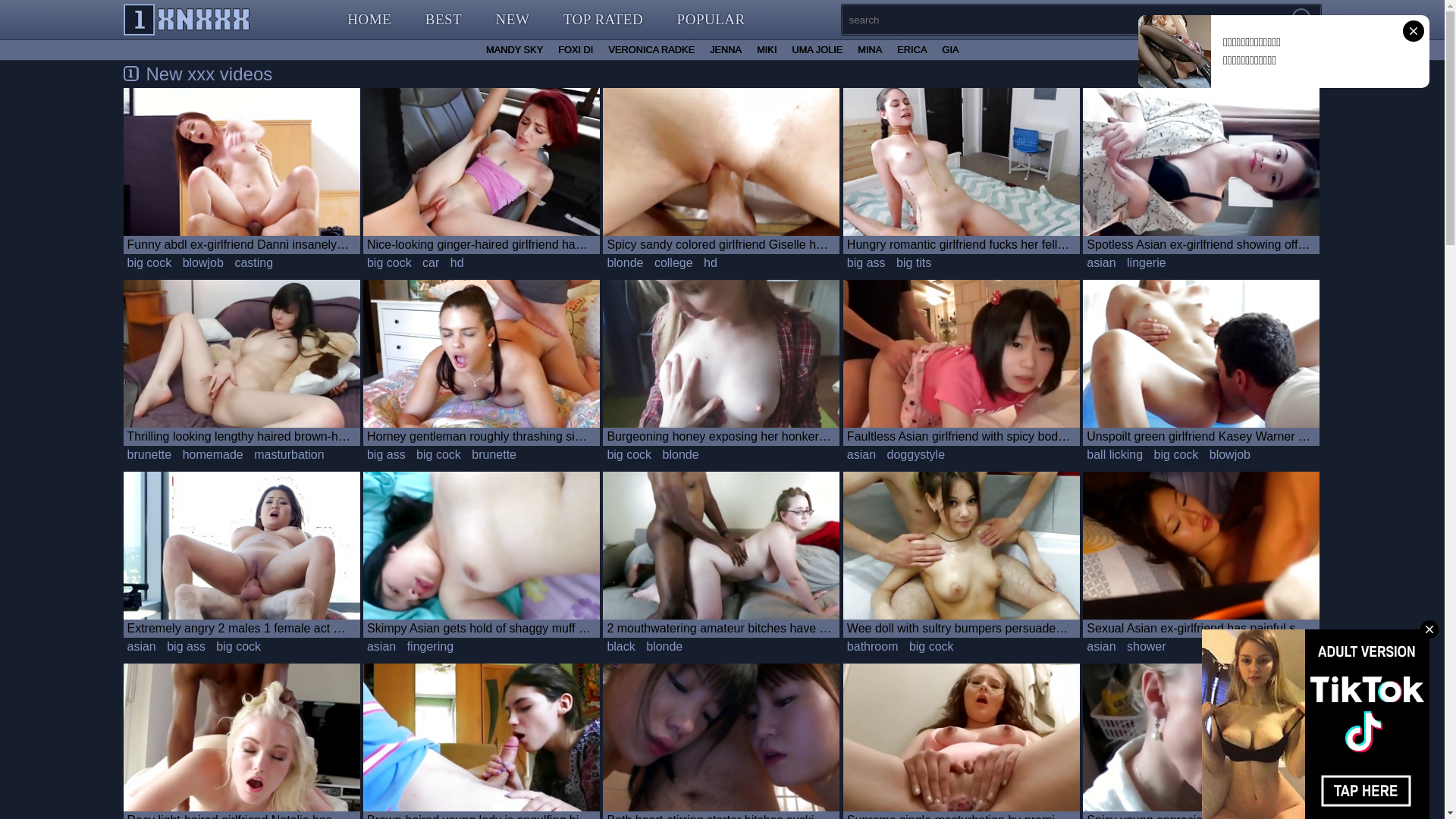 Image resolution: width=1456 pixels, height=819 pixels. Describe the element at coordinates (141, 646) in the screenshot. I see `'asian'` at that location.